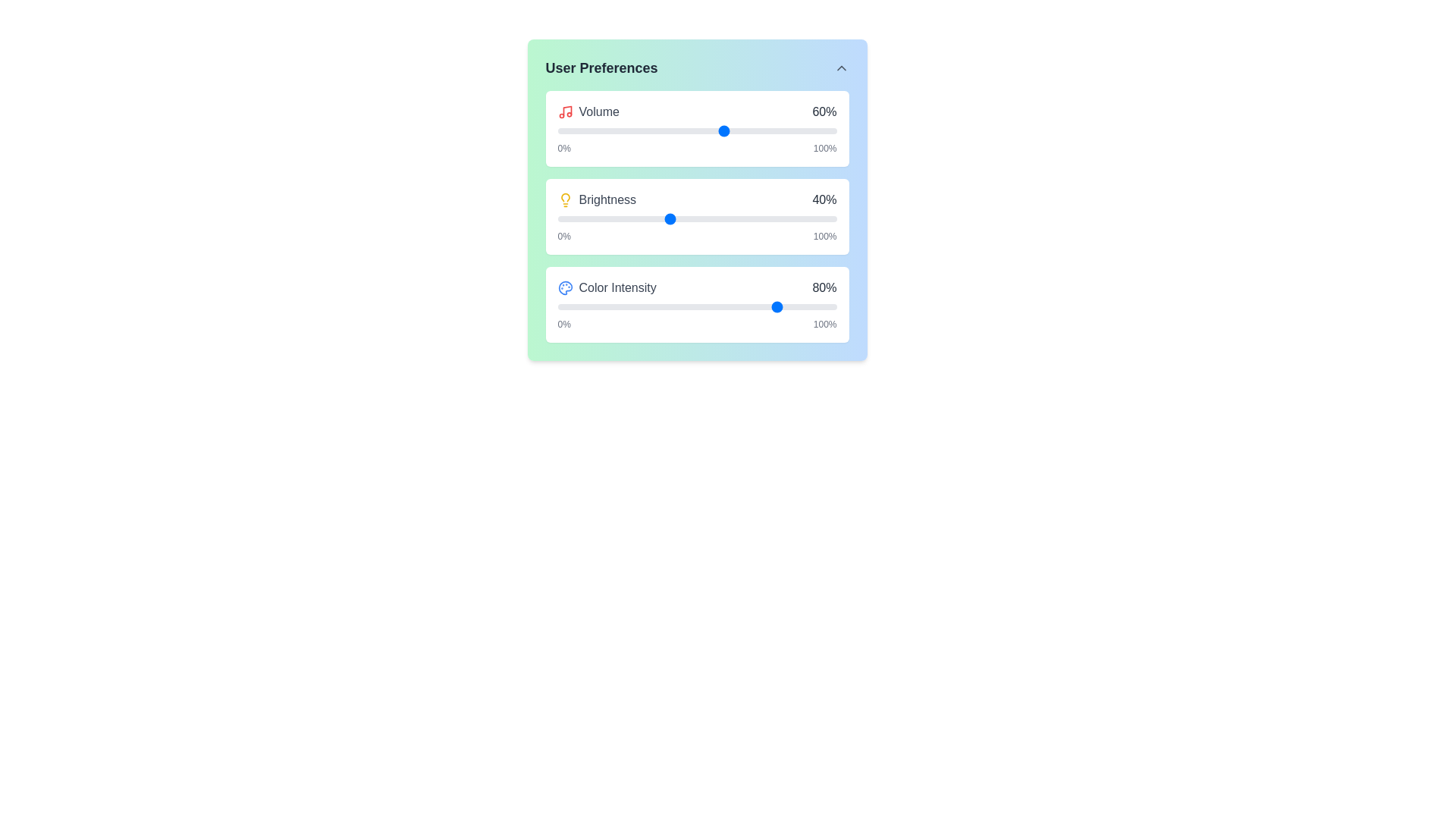 The height and width of the screenshot is (819, 1456). I want to click on the volume, so click(786, 130).